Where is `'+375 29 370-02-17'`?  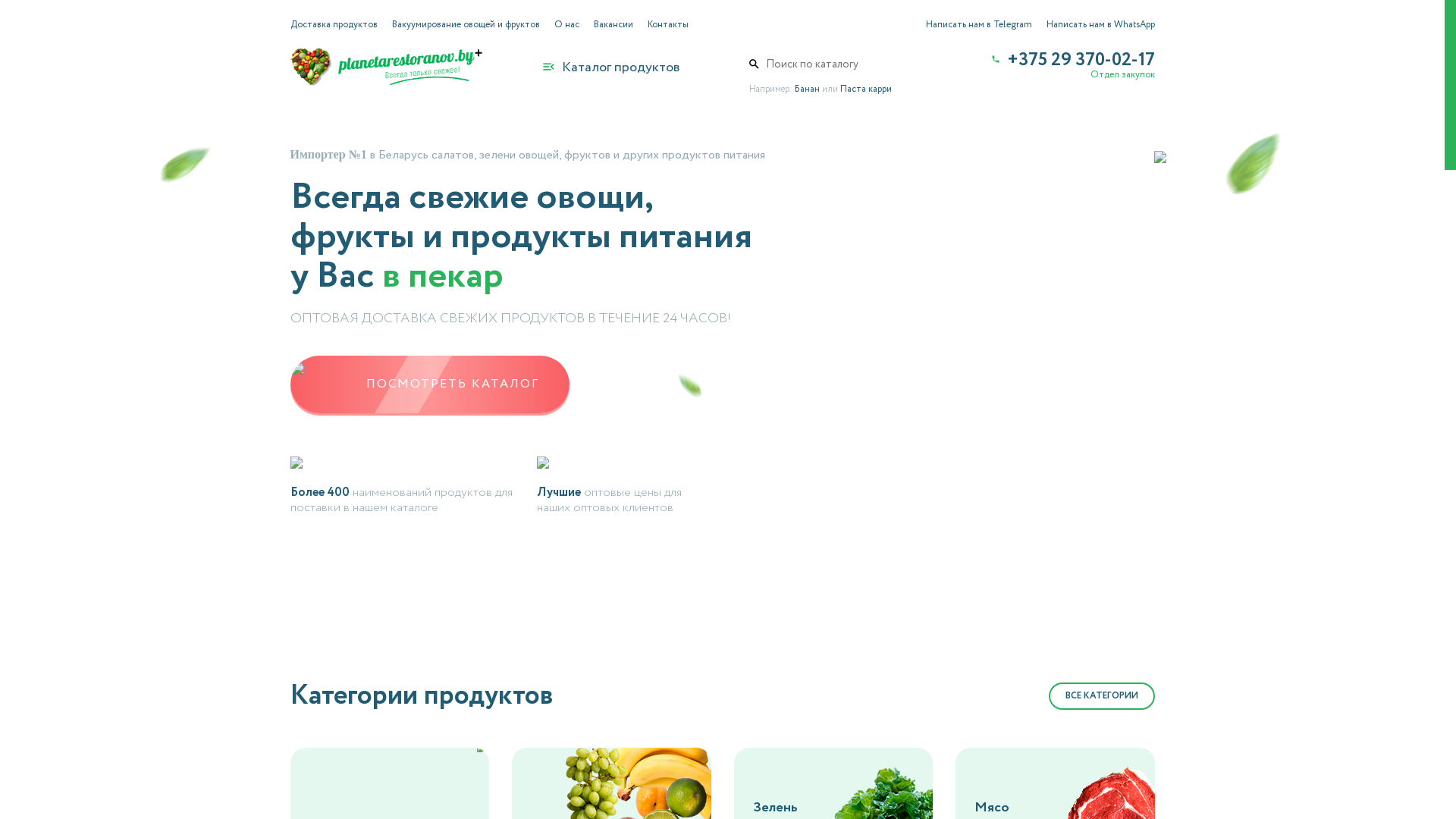 '+375 29 370-02-17' is located at coordinates (1069, 60).